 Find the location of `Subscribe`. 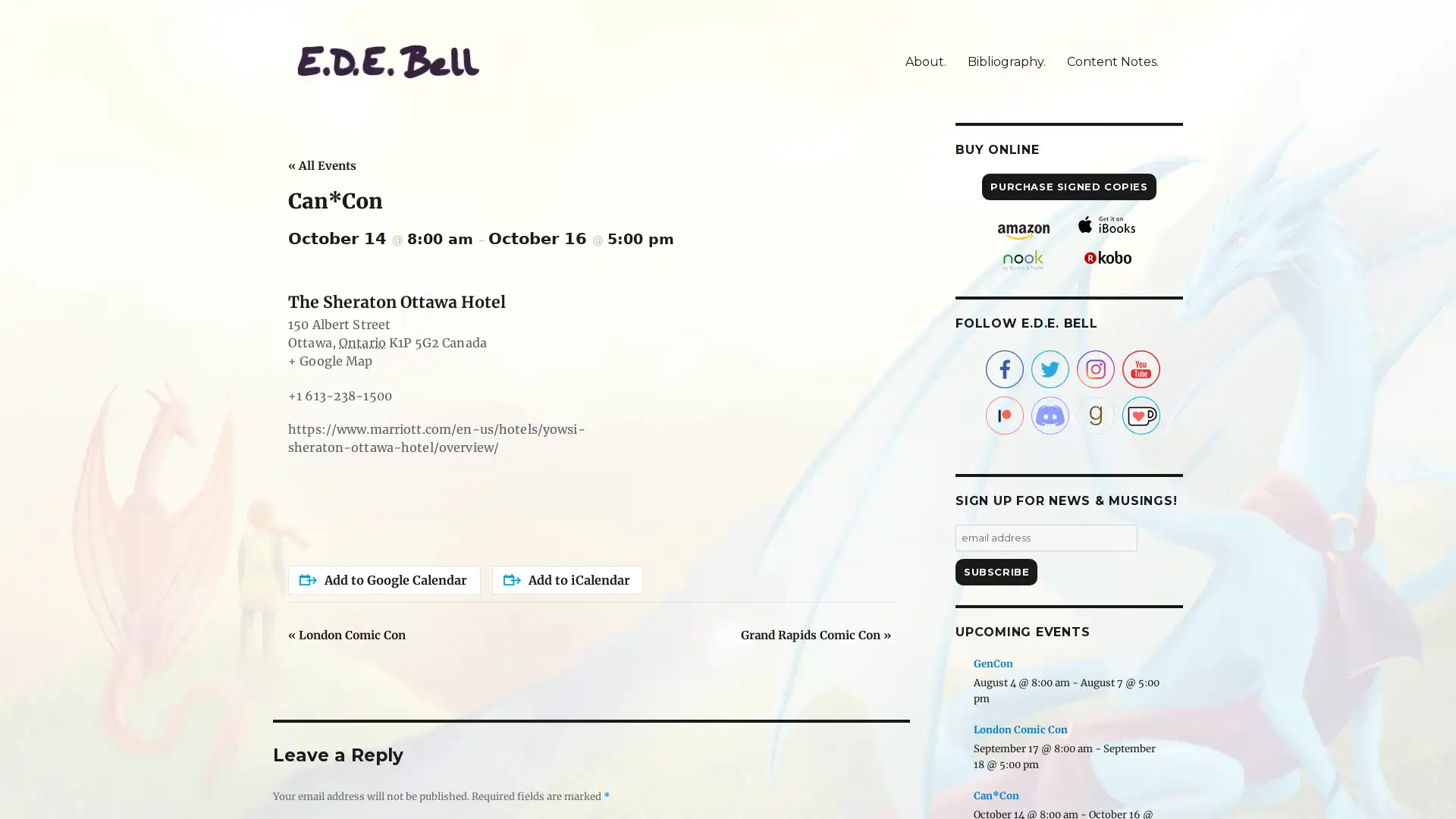

Subscribe is located at coordinates (996, 572).